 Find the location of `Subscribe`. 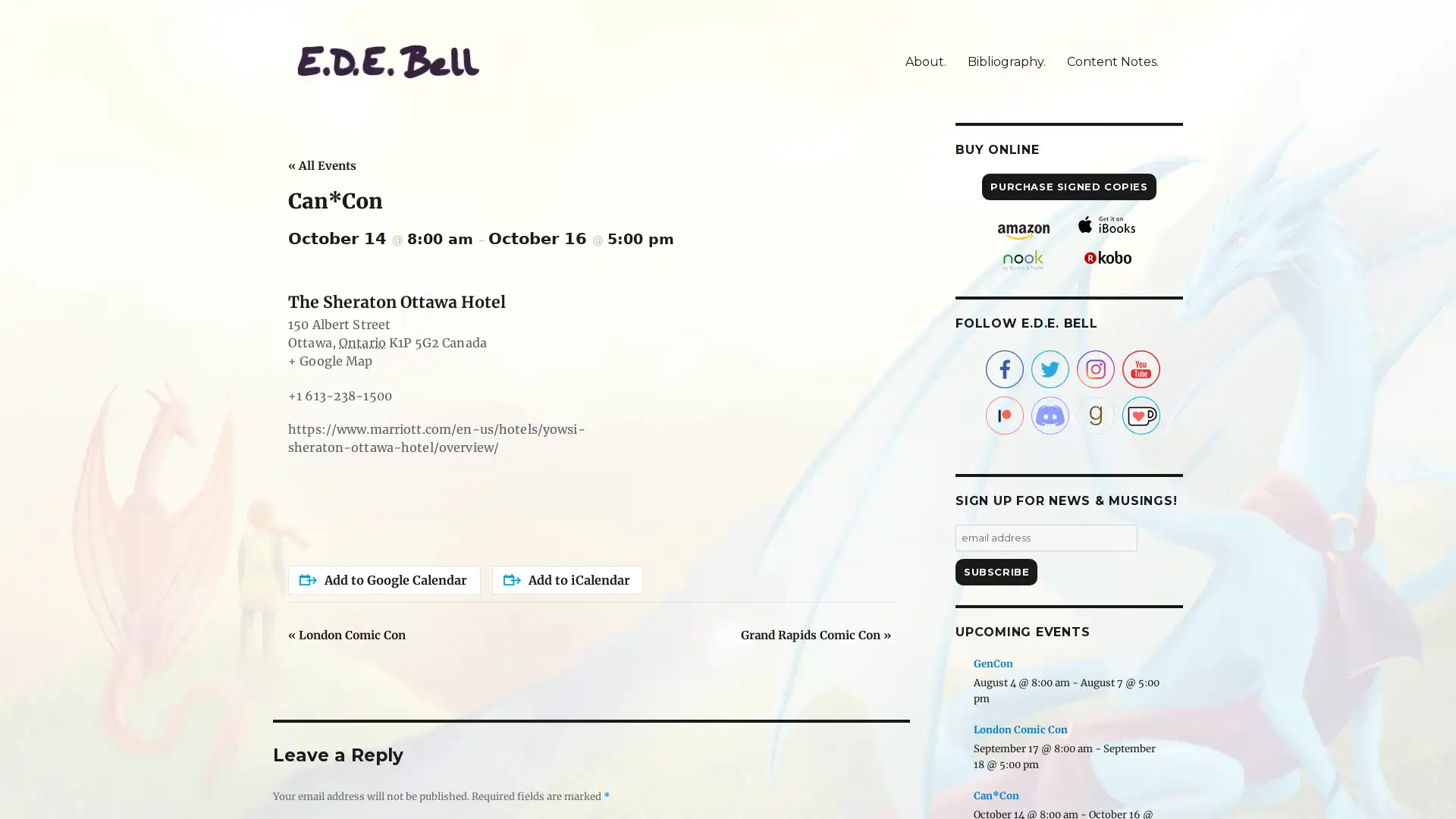

Subscribe is located at coordinates (996, 572).